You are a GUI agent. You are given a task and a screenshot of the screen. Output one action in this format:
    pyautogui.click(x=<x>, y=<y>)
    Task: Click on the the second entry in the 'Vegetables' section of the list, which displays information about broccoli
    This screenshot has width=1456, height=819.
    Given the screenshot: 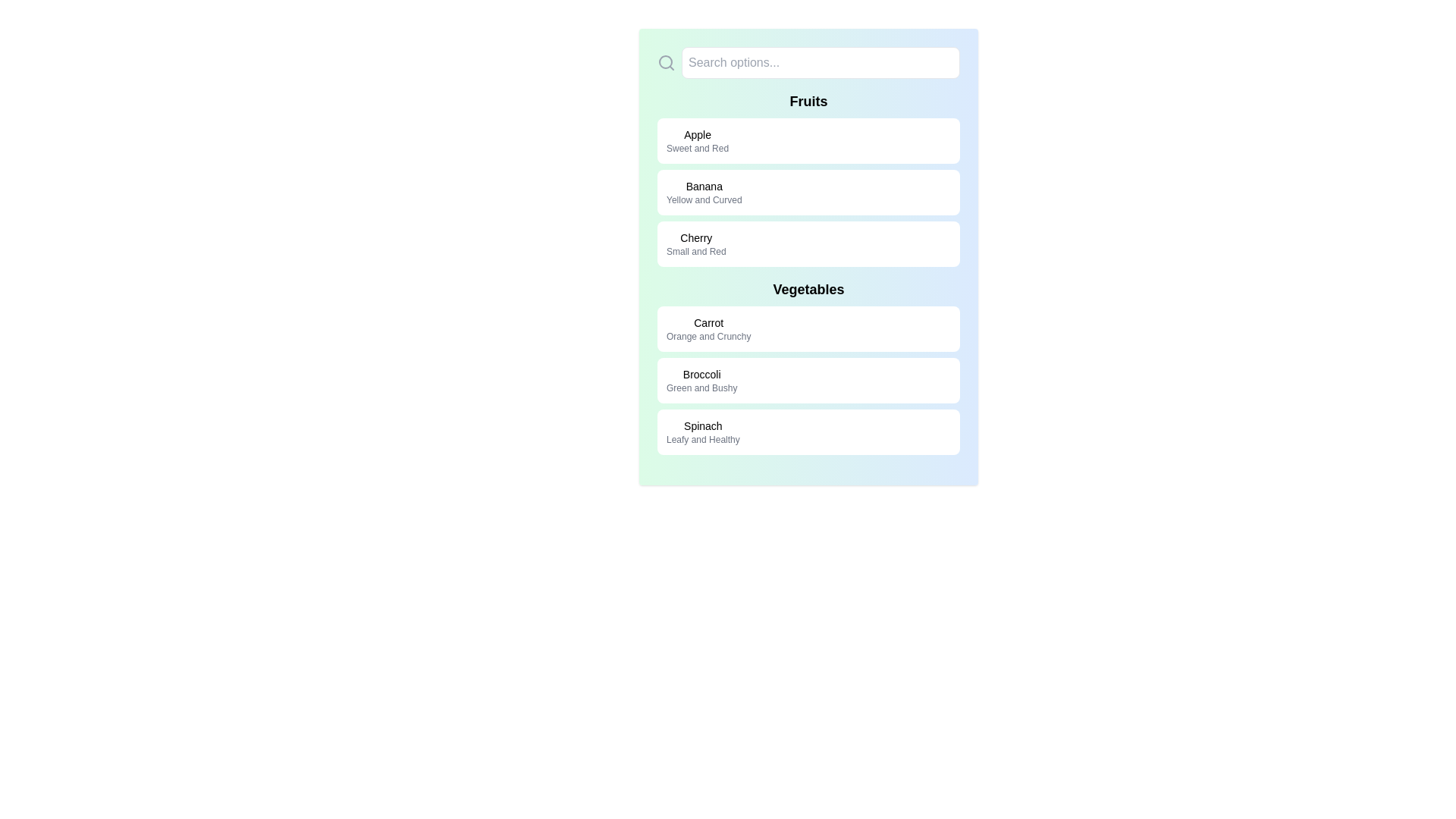 What is the action you would take?
    pyautogui.click(x=808, y=366)
    